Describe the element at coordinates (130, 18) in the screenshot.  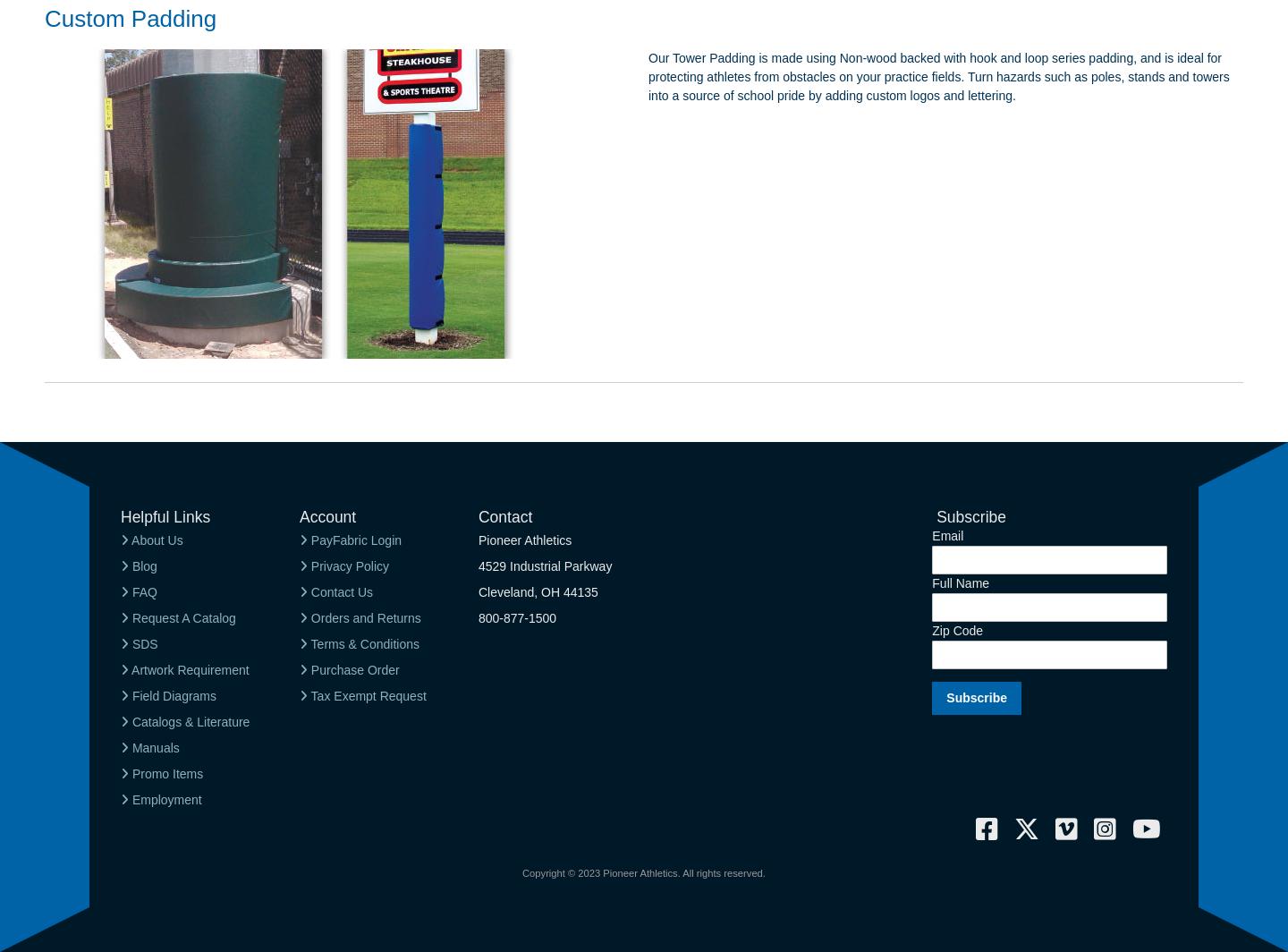
I see `'Custom Padding'` at that location.